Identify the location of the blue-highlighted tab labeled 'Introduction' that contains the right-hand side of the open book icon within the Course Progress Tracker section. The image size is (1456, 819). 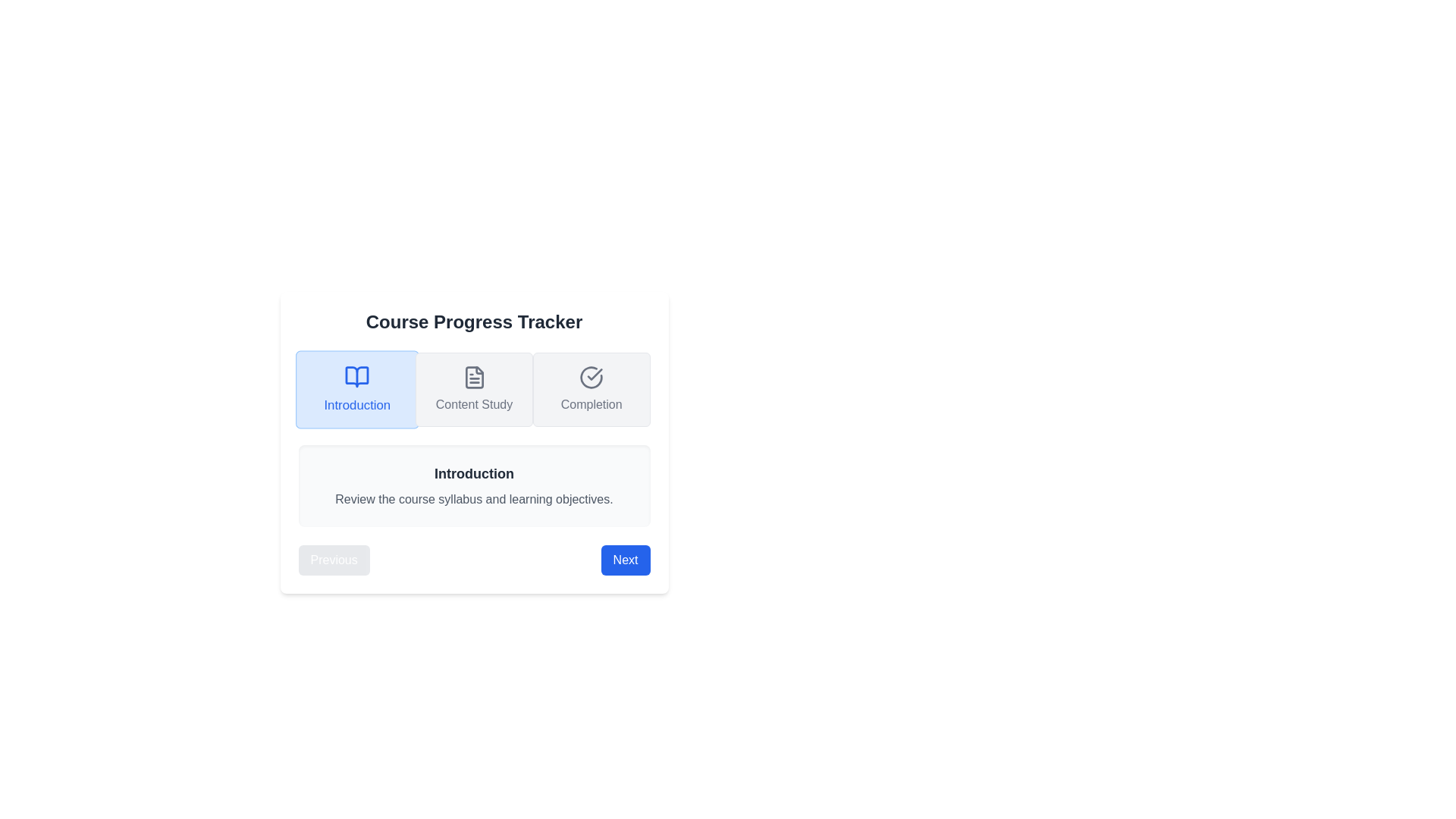
(356, 376).